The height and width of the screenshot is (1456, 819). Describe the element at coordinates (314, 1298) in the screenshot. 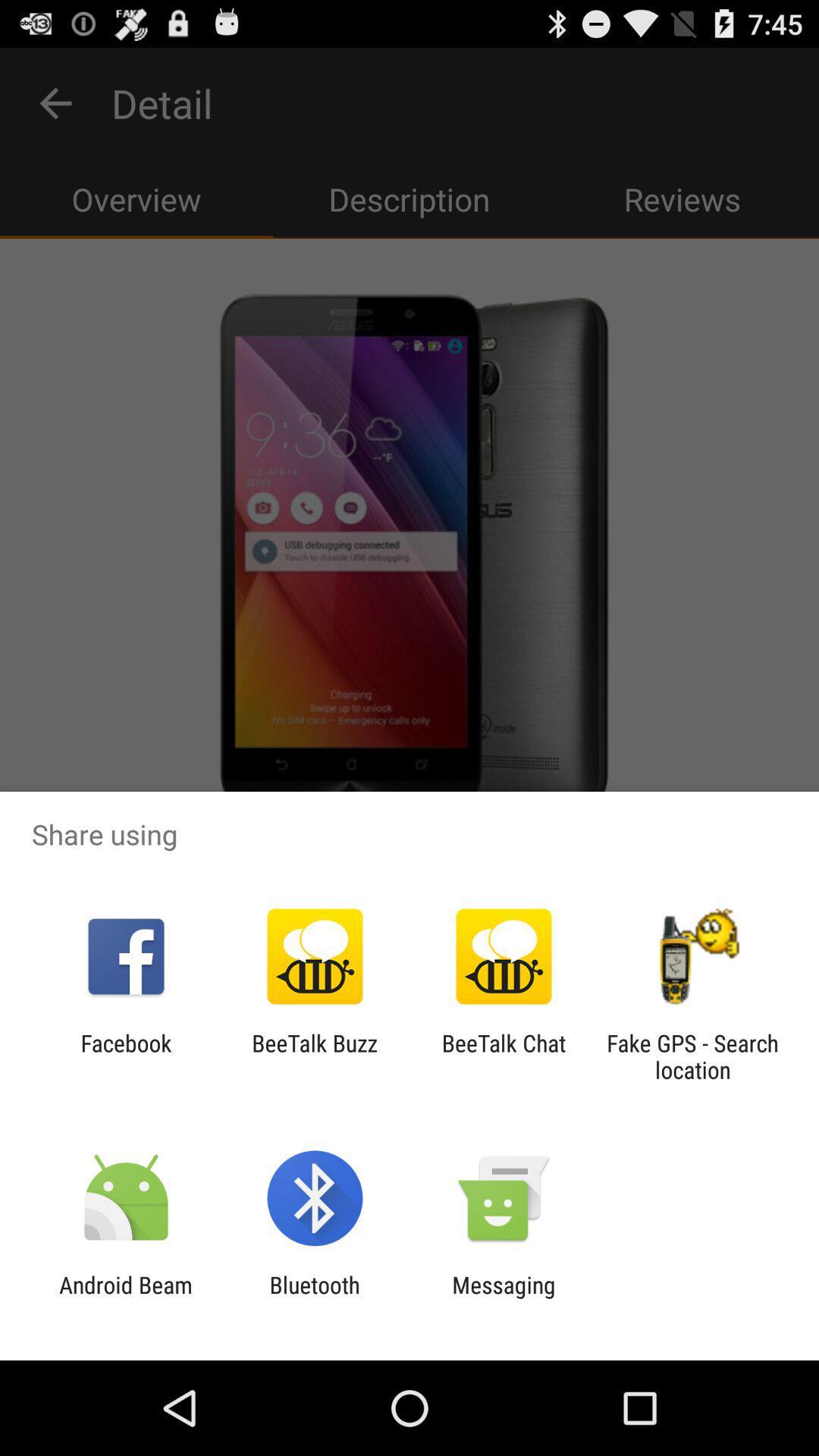

I see `icon next to the messaging icon` at that location.